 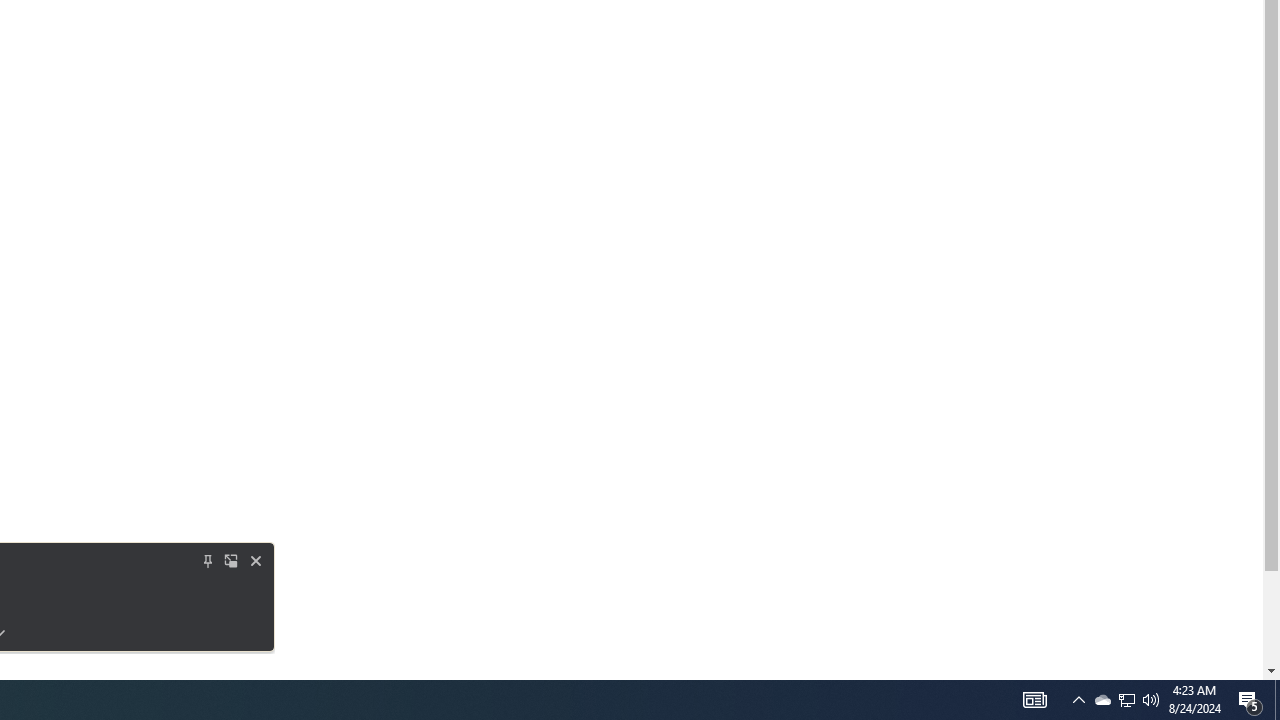 What do you see at coordinates (1078, 698) in the screenshot?
I see `'Notification Chevron'` at bounding box center [1078, 698].